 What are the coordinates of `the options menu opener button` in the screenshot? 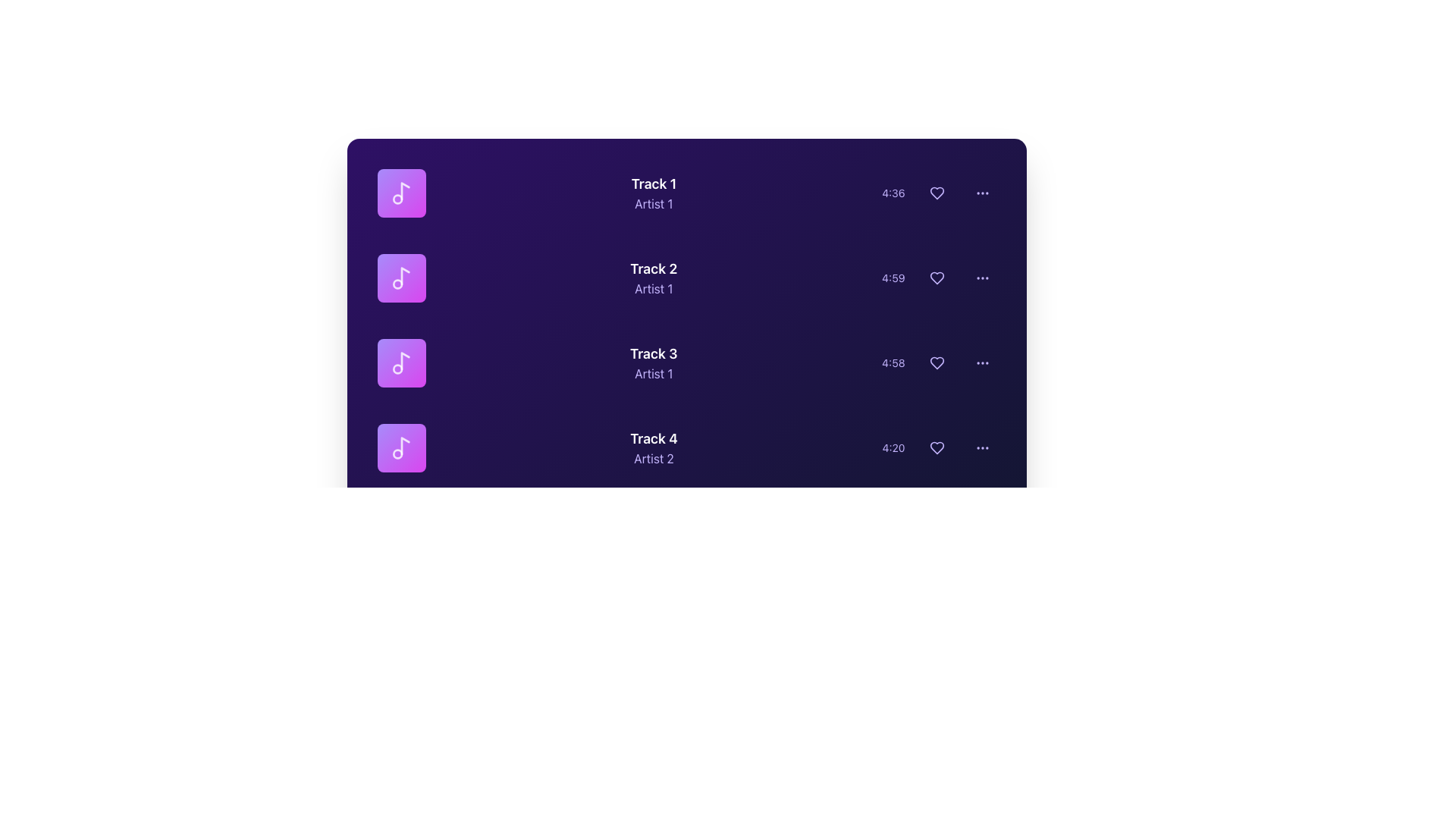 It's located at (982, 278).